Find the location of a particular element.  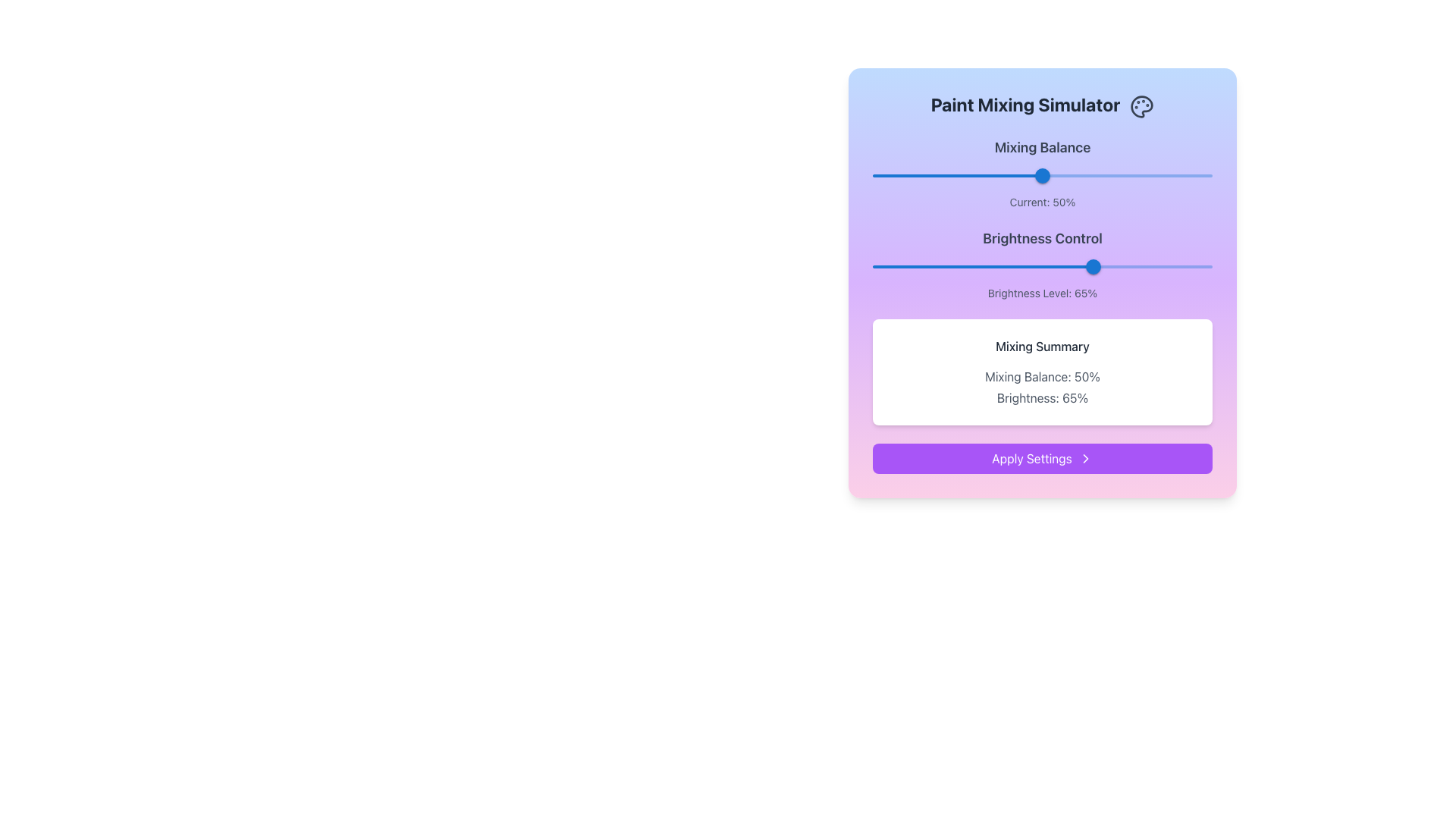

the brightness level is located at coordinates (1075, 265).